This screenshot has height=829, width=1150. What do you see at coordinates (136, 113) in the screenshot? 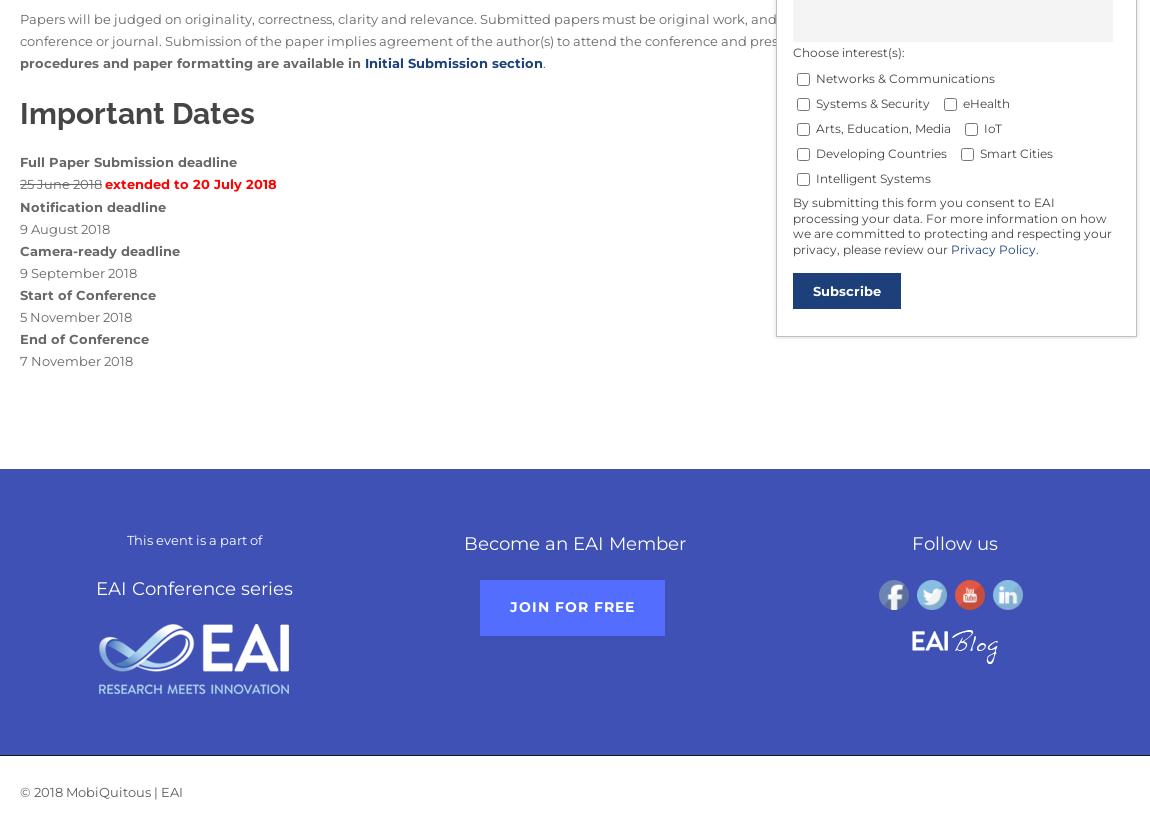
I see `'Important Dates'` at bounding box center [136, 113].